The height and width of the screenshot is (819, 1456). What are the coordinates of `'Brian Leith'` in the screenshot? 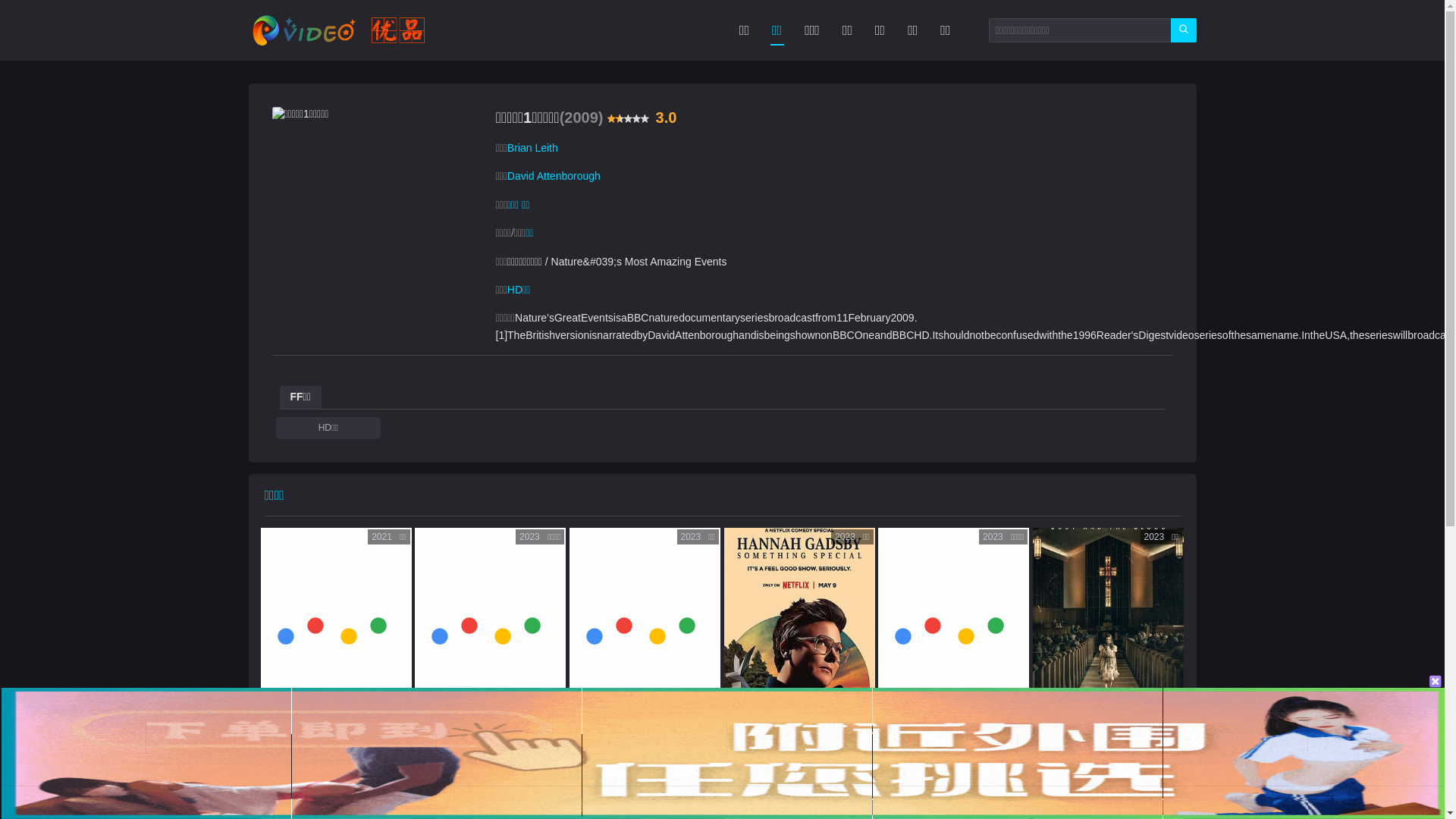 It's located at (532, 148).